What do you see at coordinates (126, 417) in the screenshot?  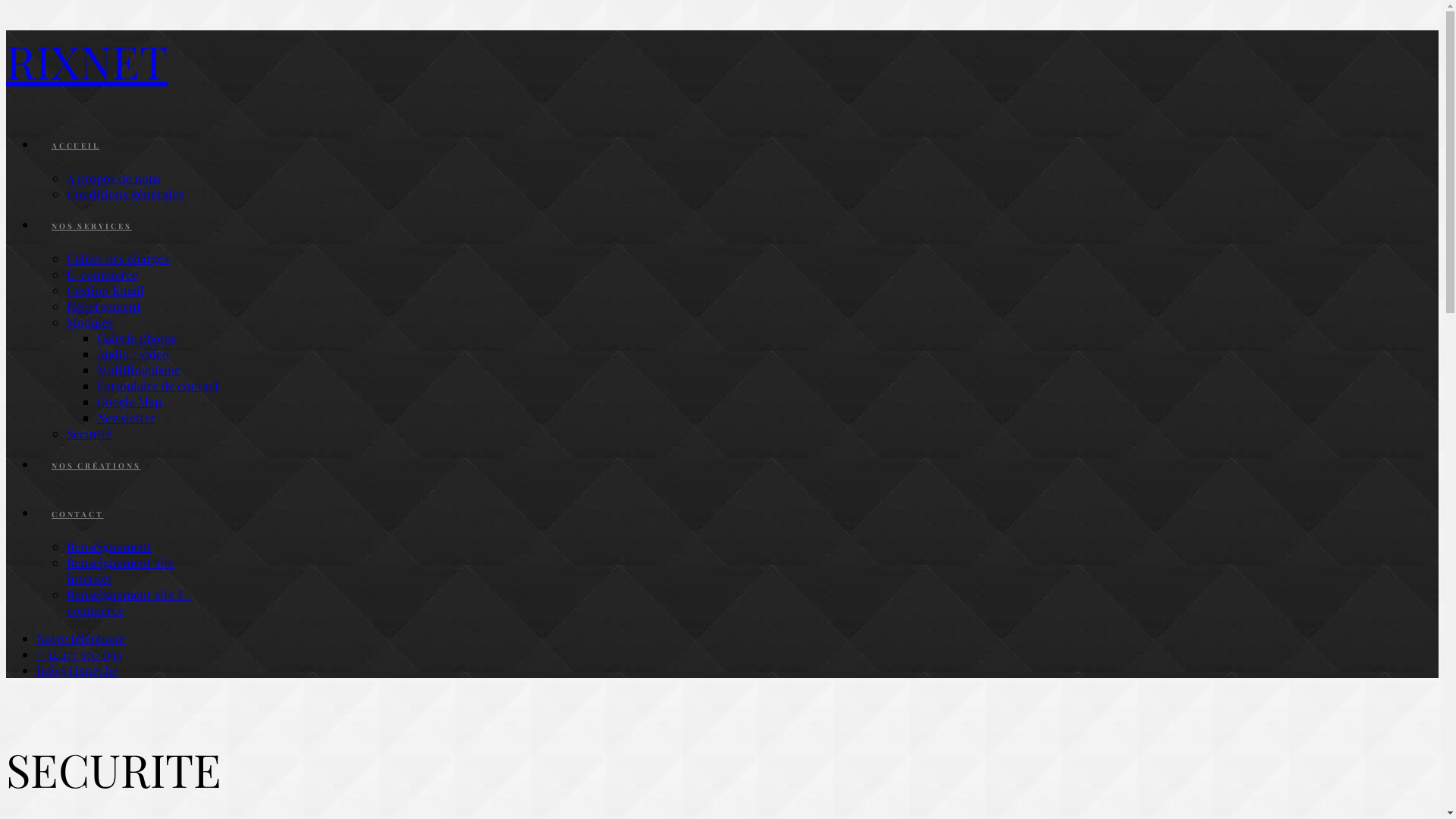 I see `'Newsletter'` at bounding box center [126, 417].